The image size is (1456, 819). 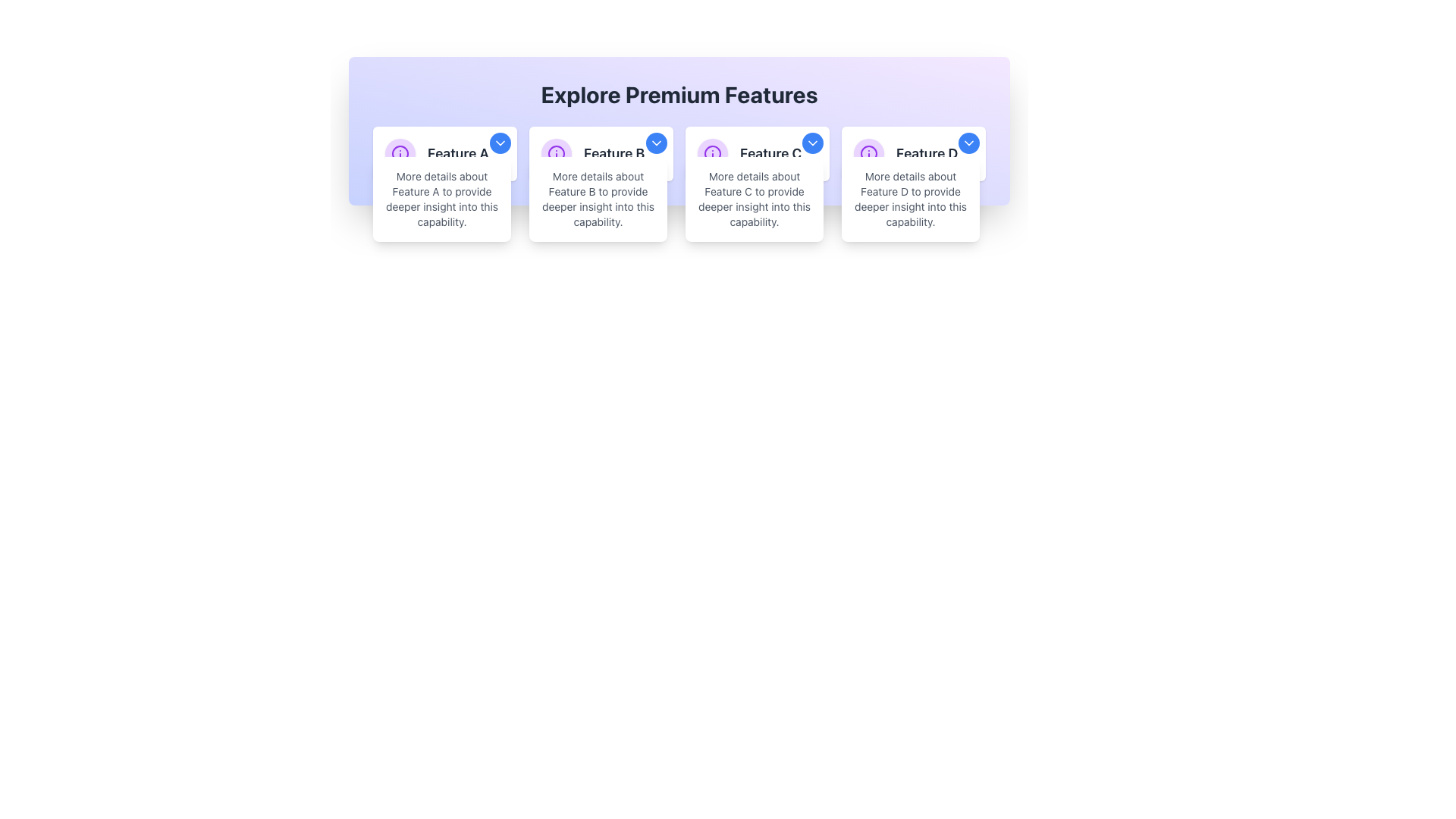 I want to click on the downward-pointing chevron icon within the blue circular button at the top right corner of the card labeled Feature A in the Explore Premium Features section, so click(x=500, y=143).